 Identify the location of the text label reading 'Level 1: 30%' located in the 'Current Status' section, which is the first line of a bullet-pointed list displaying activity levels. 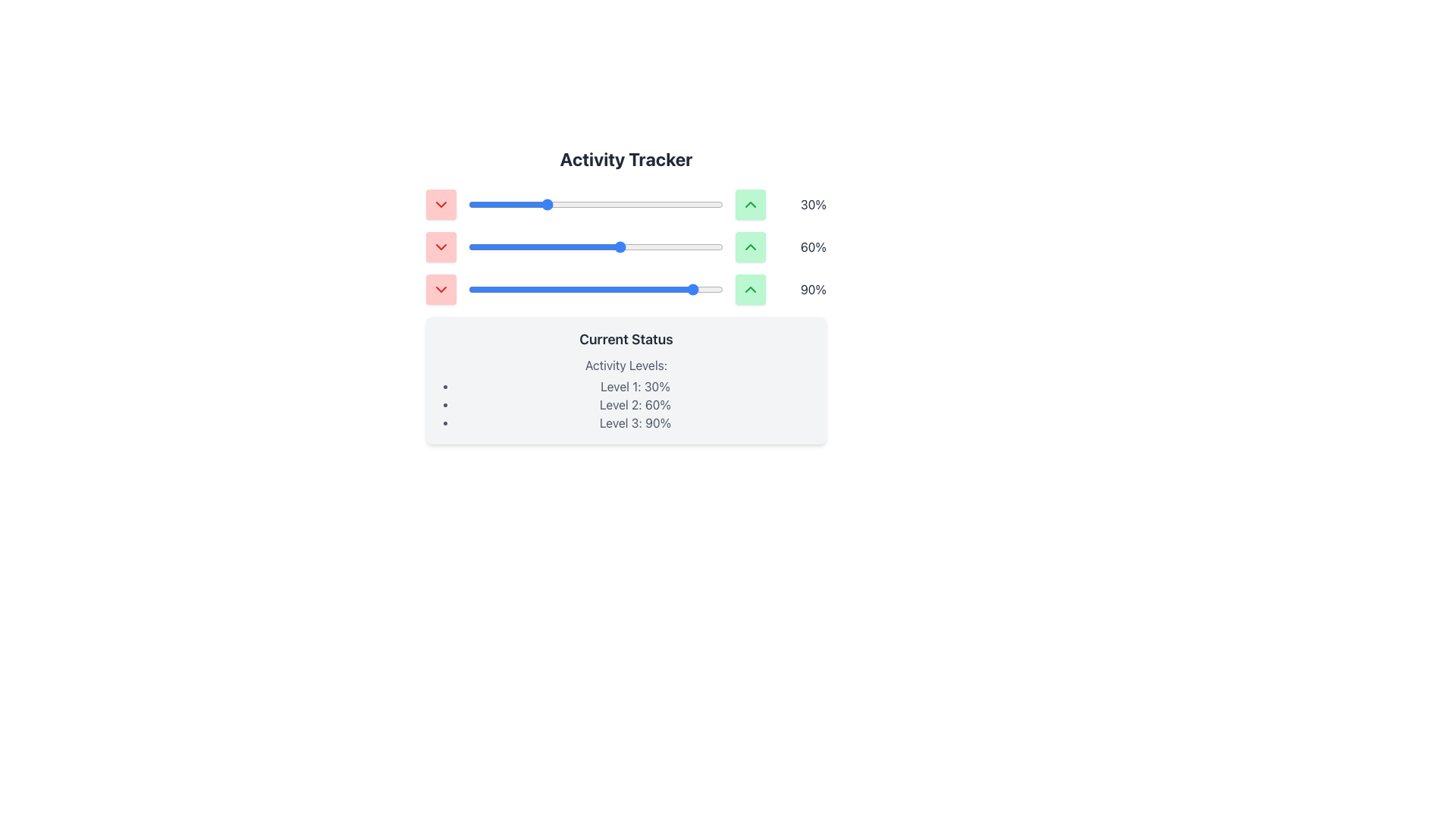
(635, 385).